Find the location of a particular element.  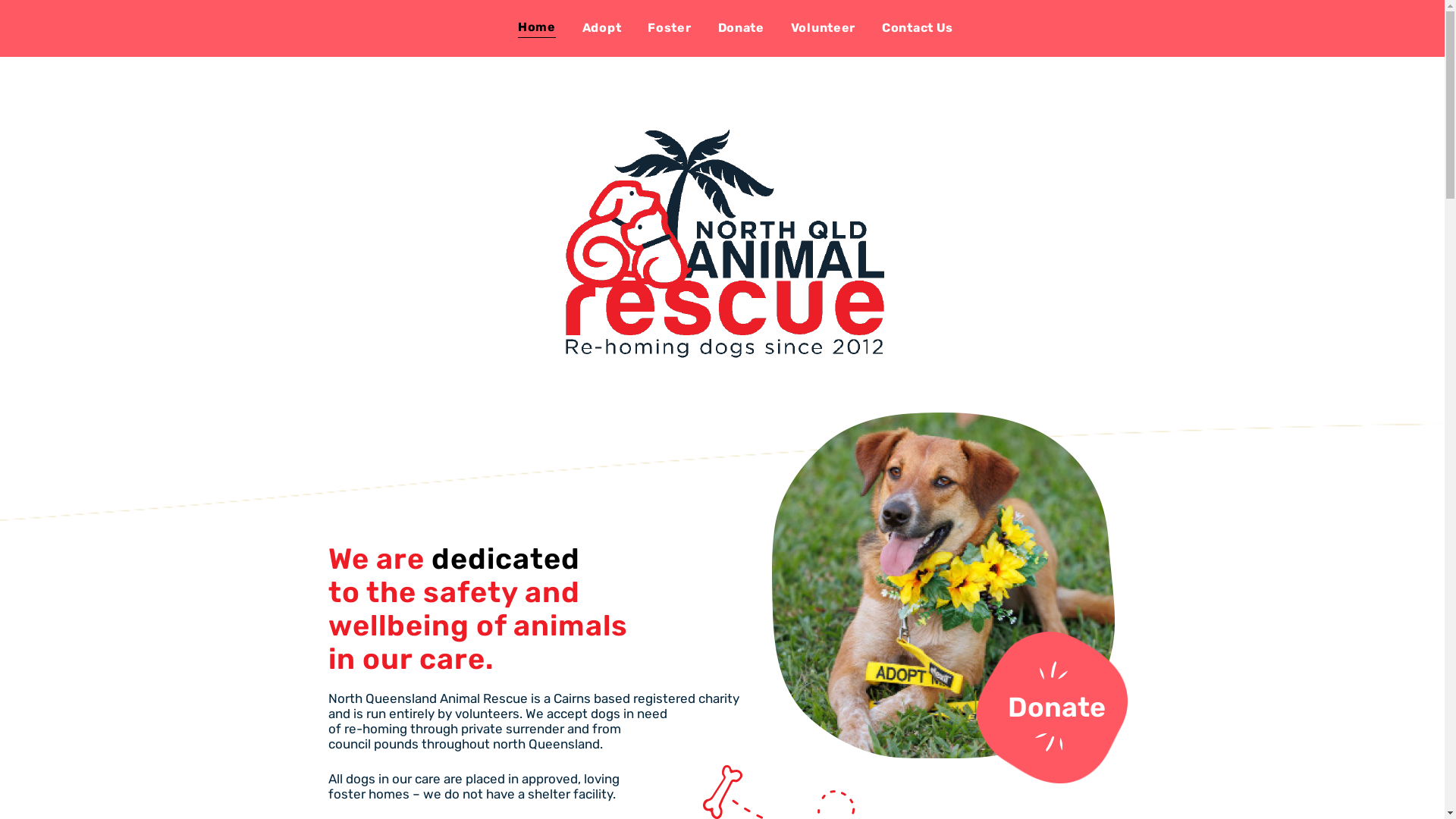

'Volunteer' is located at coordinates (822, 27).